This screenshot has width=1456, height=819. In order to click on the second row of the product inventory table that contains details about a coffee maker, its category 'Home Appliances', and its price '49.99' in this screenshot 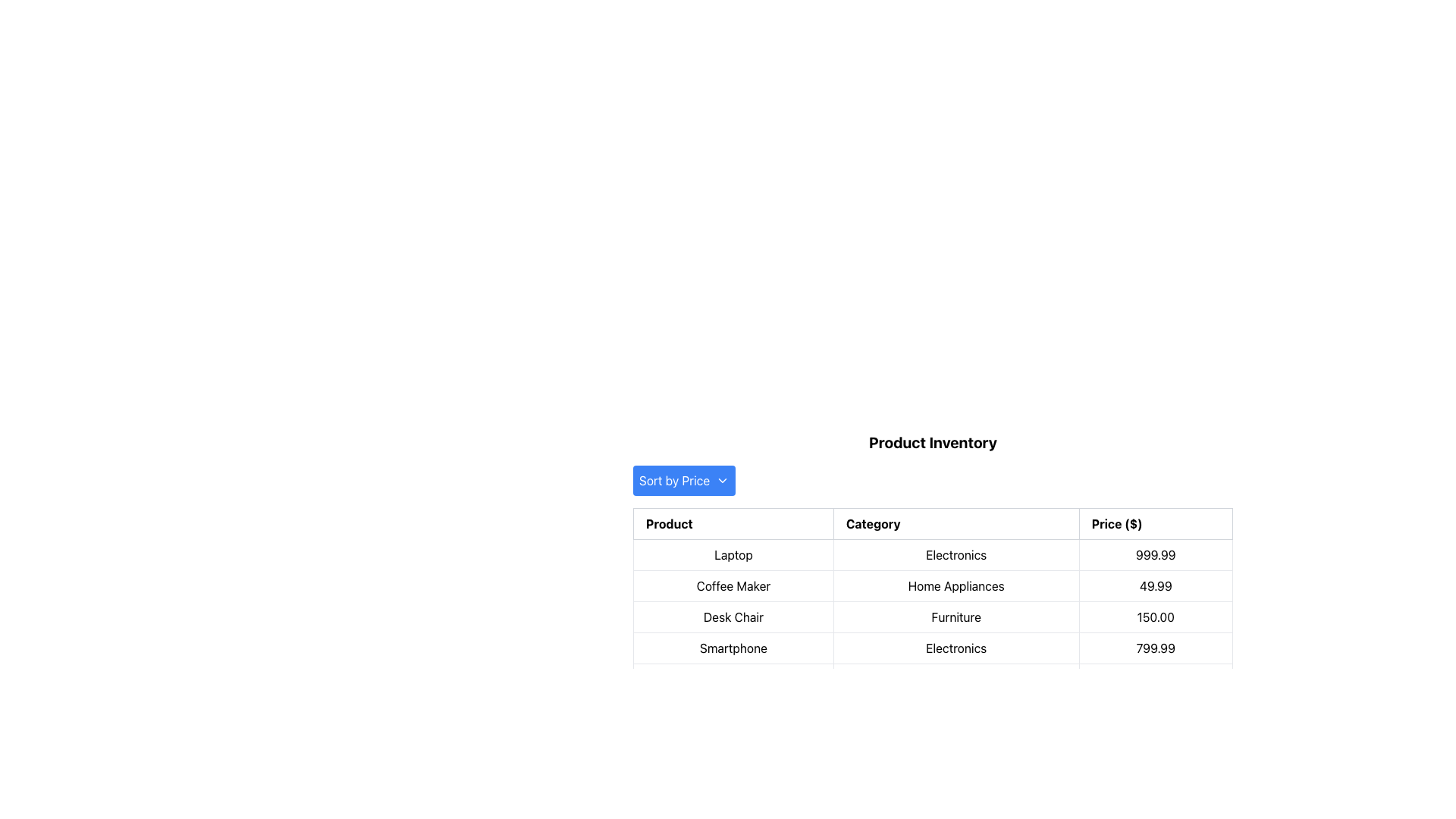, I will do `click(932, 585)`.